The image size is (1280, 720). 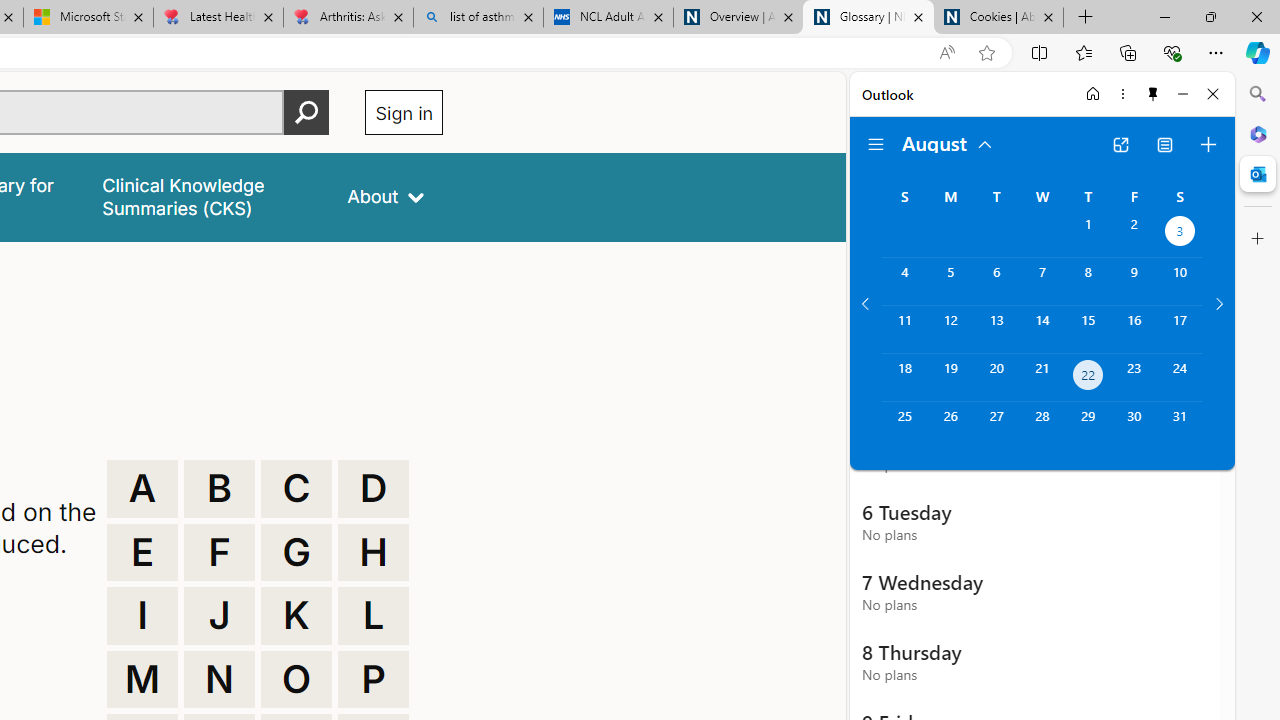 What do you see at coordinates (141, 552) in the screenshot?
I see `'E'` at bounding box center [141, 552].